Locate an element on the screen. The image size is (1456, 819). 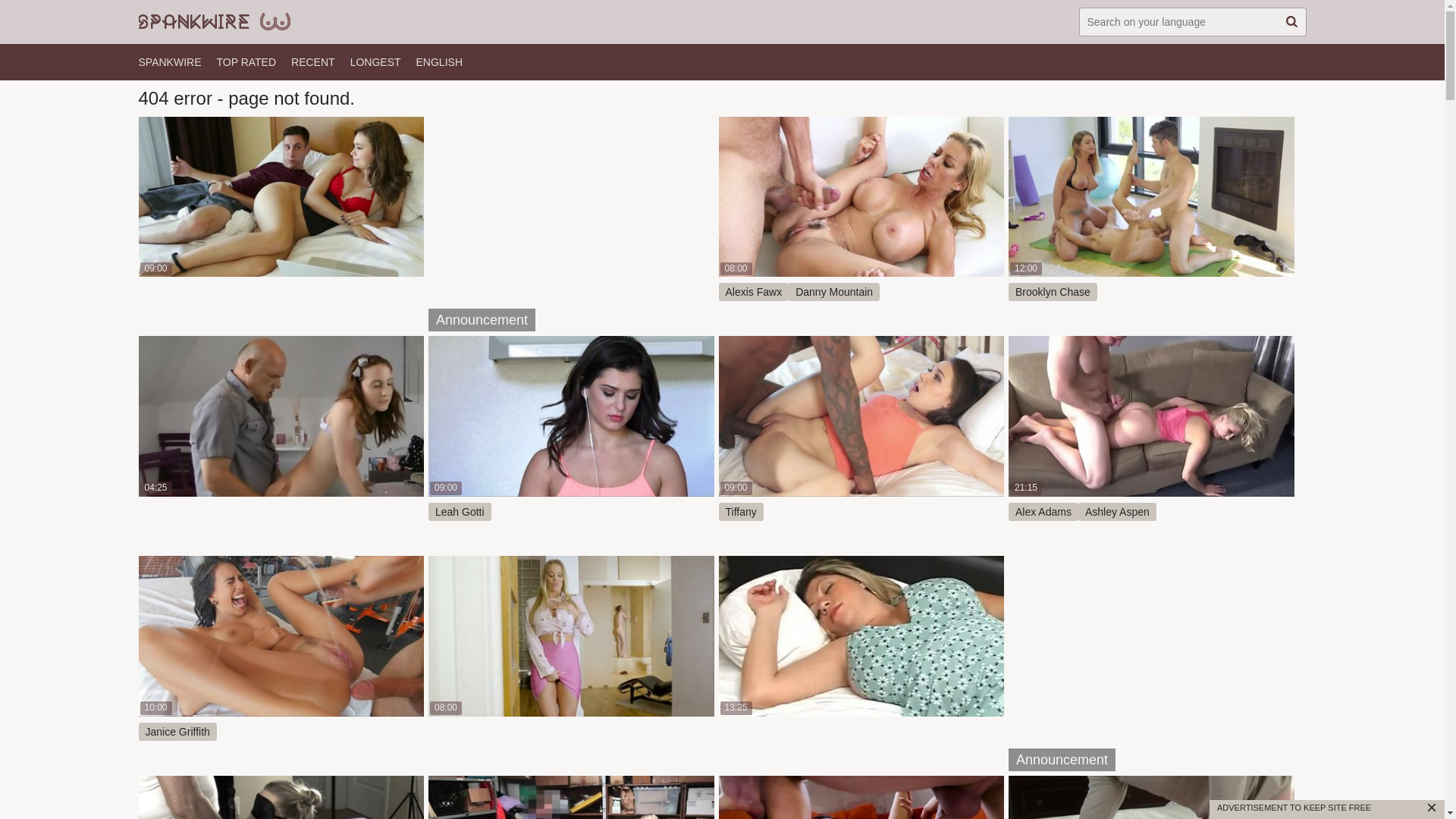
'Danny Mountain' is located at coordinates (789, 292).